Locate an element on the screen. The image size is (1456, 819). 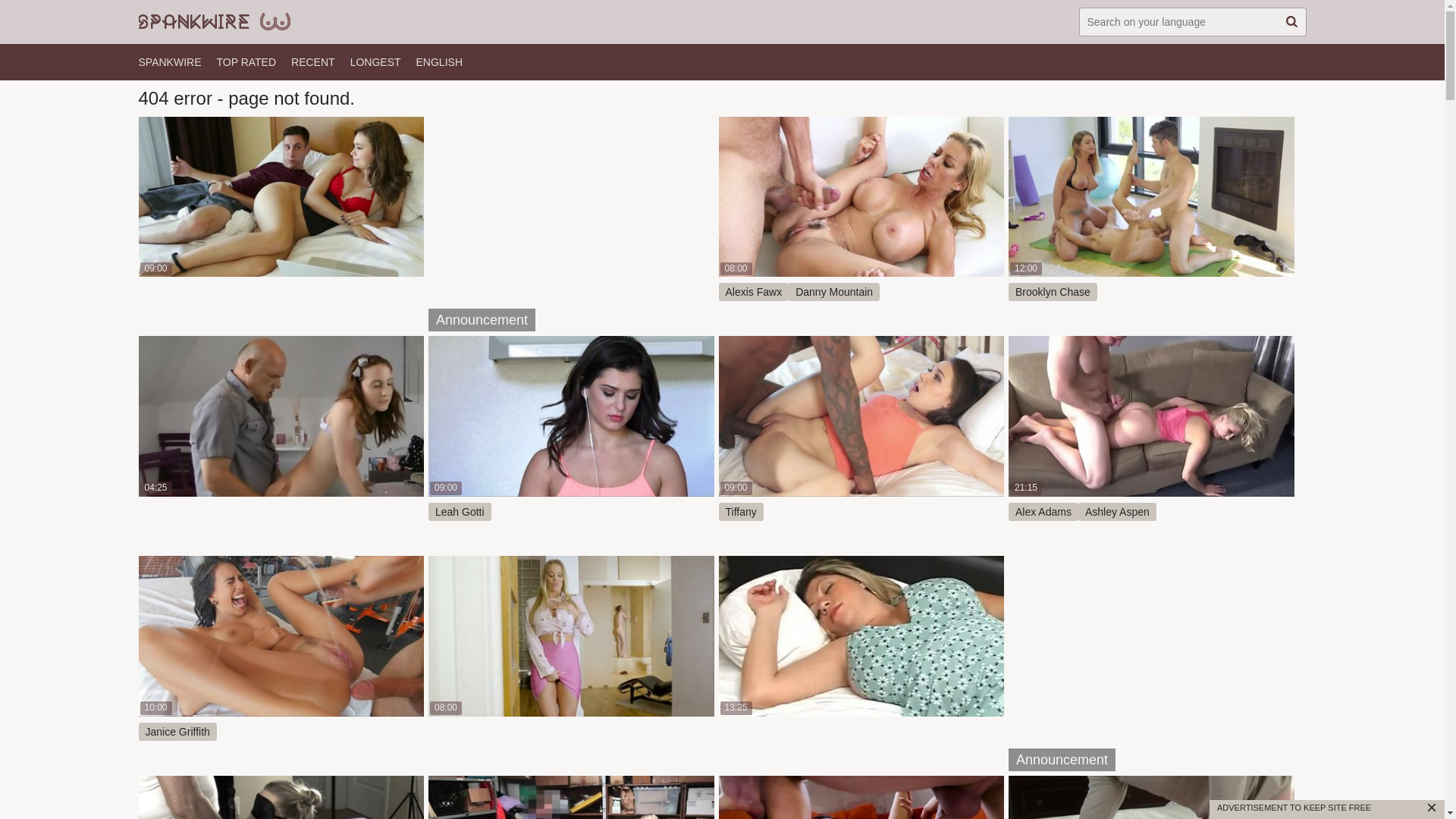
'Danny Mountain' is located at coordinates (789, 292).